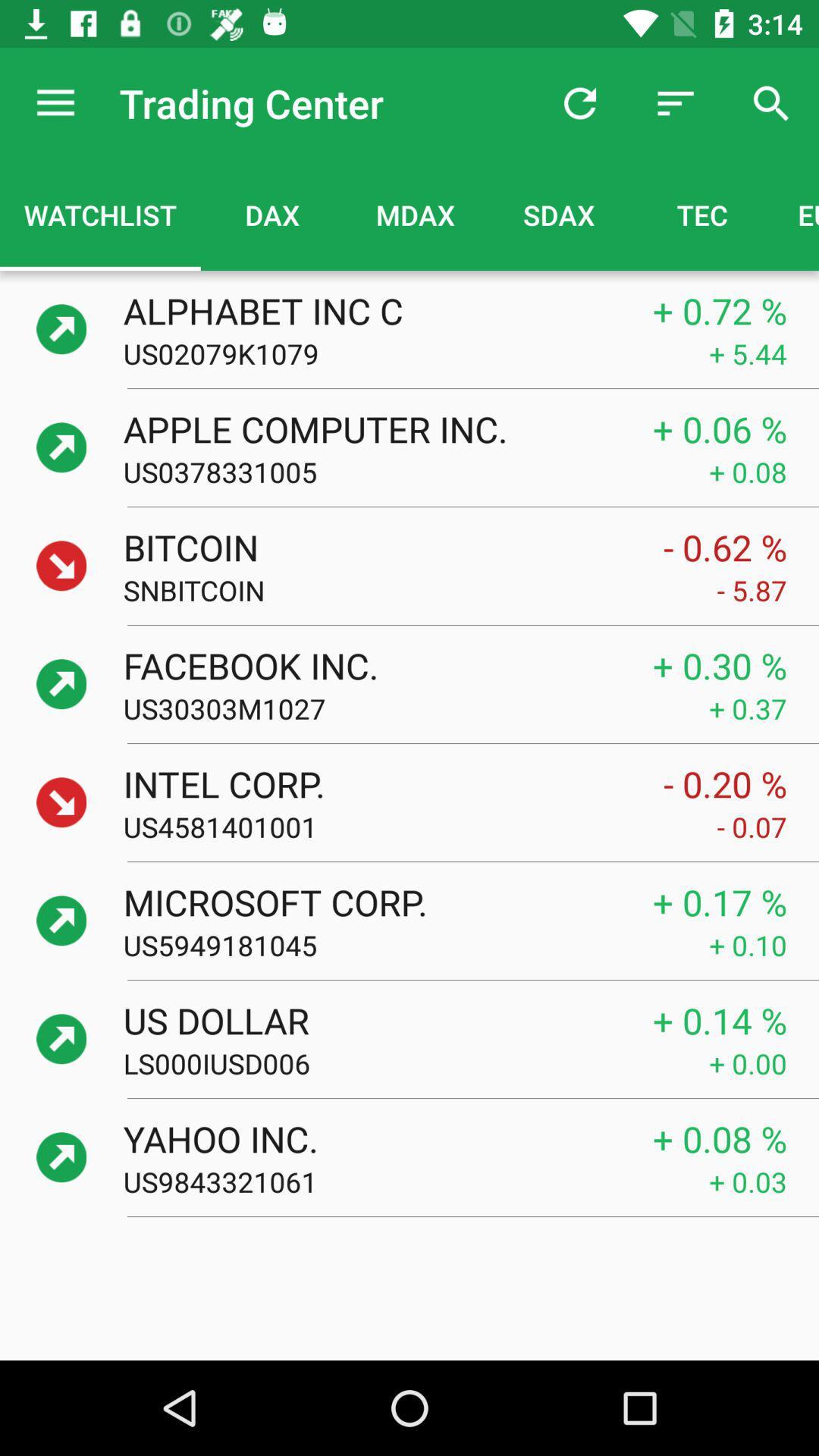 This screenshot has height=1456, width=819. Describe the element at coordinates (372, 428) in the screenshot. I see `the item above the us0378331005 item` at that location.